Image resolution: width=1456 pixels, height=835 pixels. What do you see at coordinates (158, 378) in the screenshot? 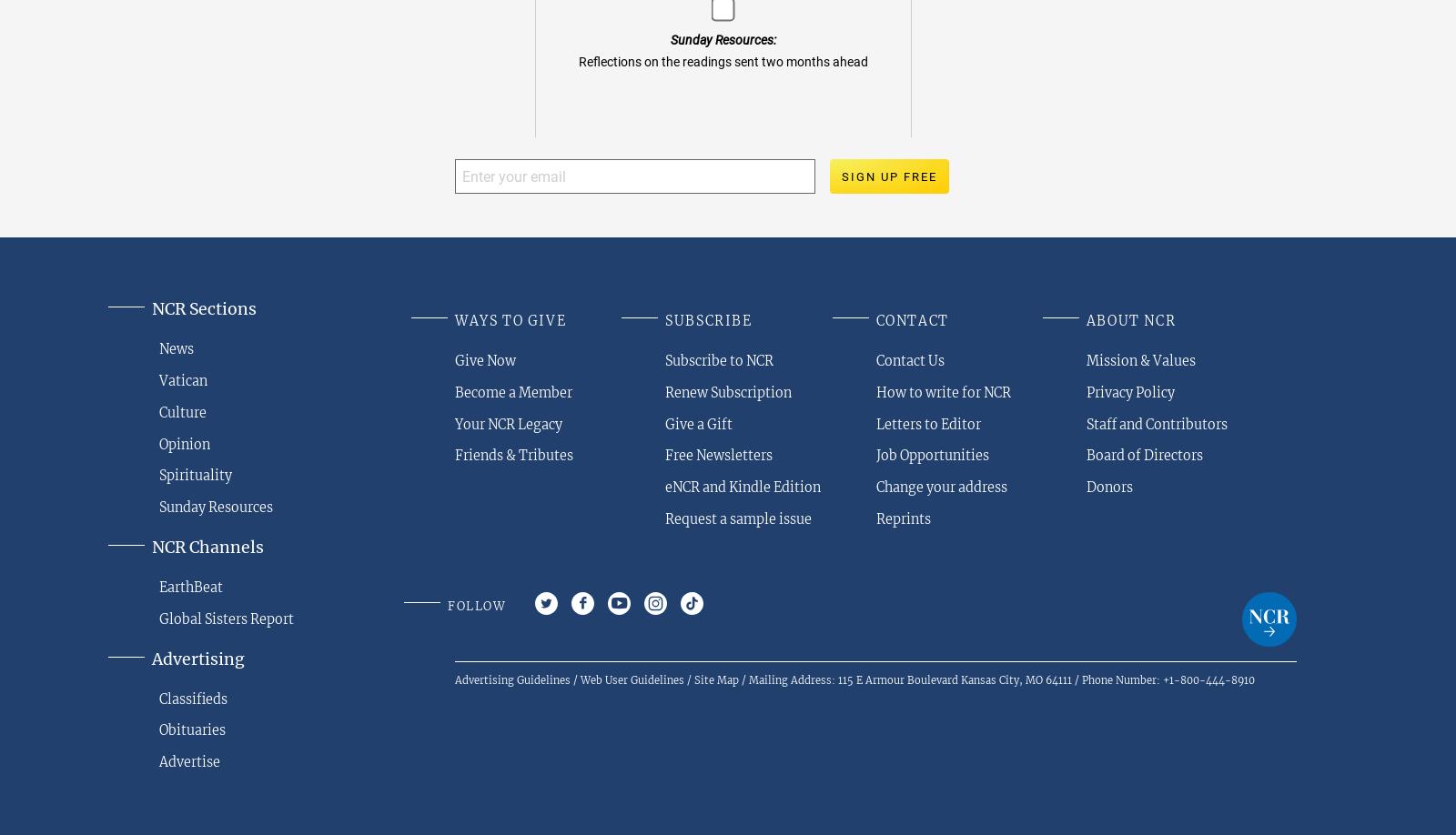
I see `'Vatican'` at bounding box center [158, 378].